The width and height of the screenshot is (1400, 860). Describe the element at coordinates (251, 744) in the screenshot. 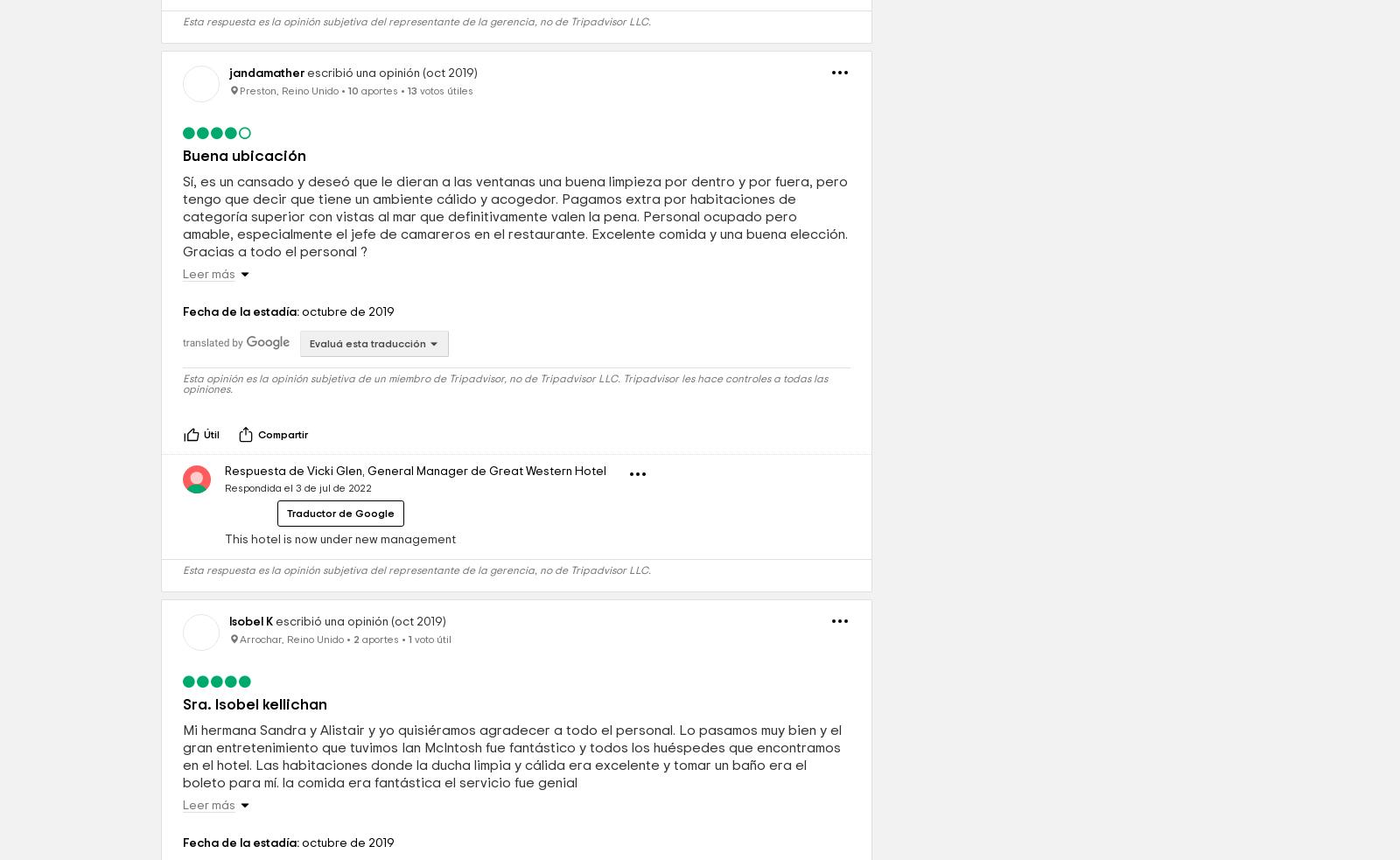

I see `'Isobel K'` at that location.